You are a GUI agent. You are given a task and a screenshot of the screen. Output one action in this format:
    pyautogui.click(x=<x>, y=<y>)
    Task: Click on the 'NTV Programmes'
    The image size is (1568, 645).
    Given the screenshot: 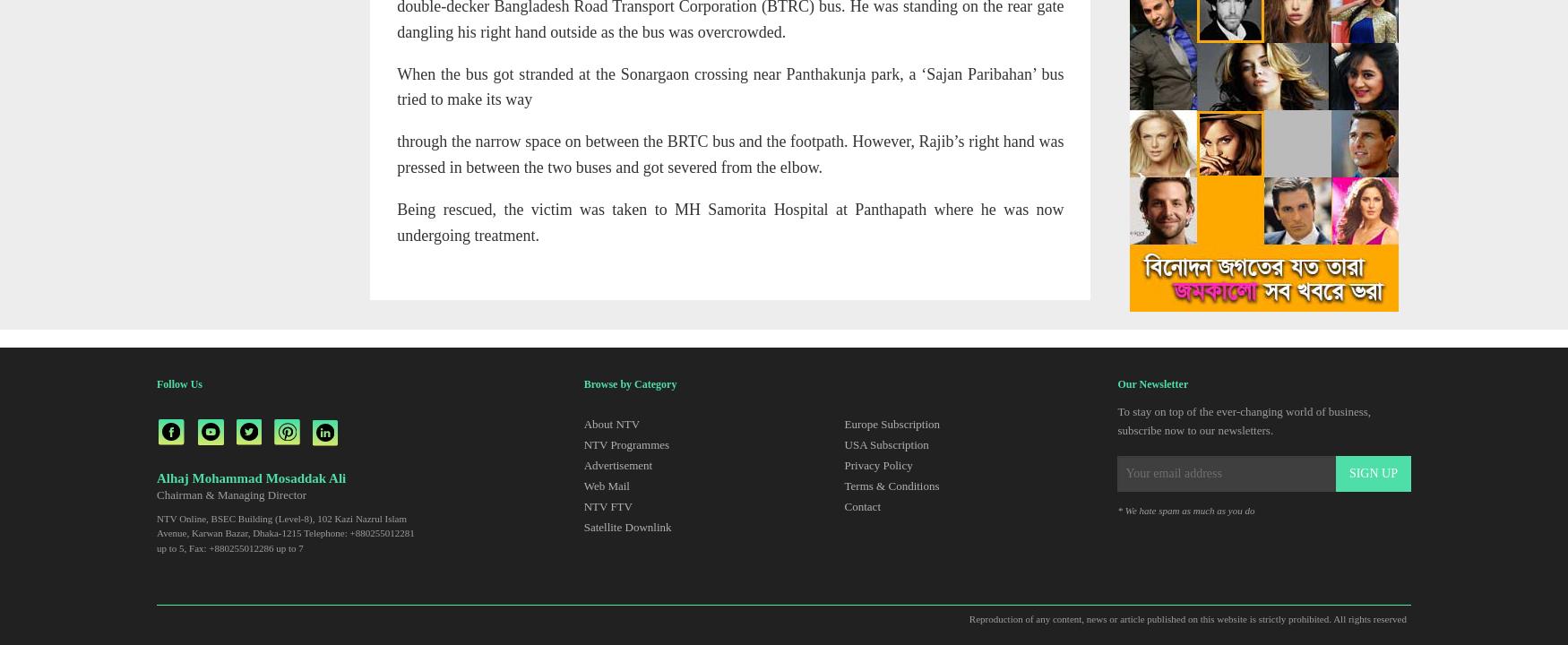 What is the action you would take?
    pyautogui.click(x=625, y=443)
    